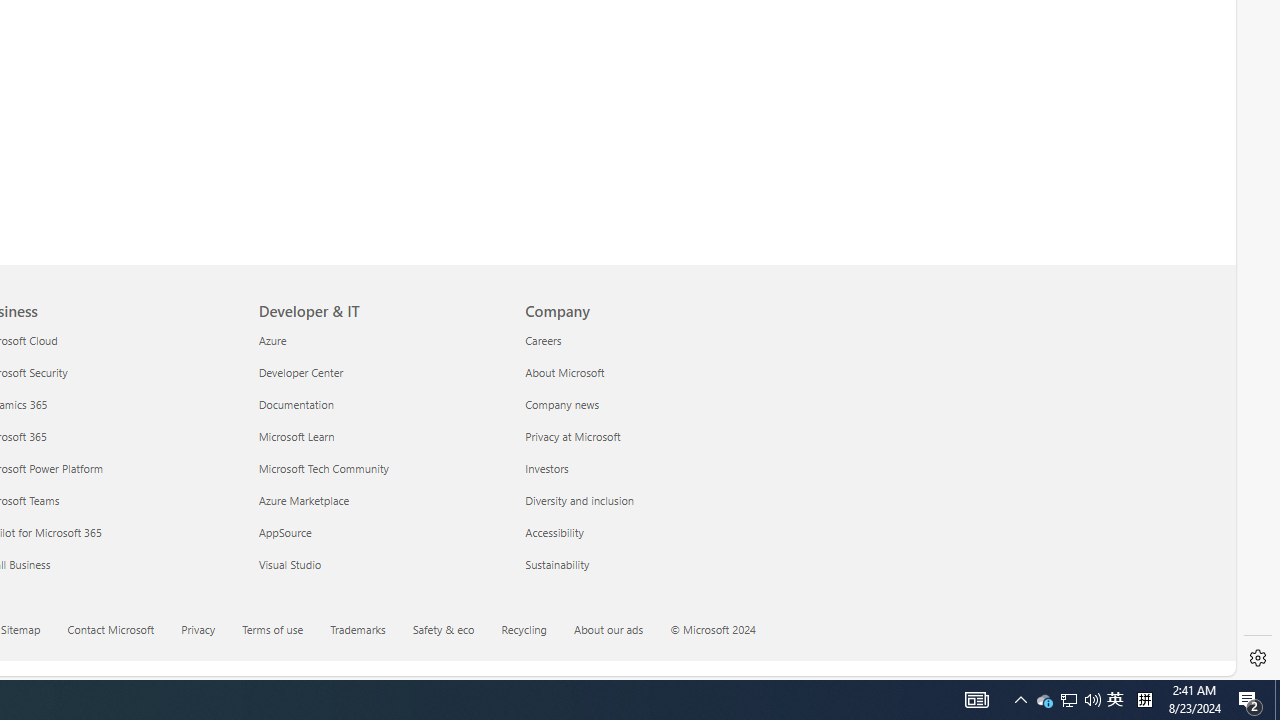  I want to click on 'About Microsoft Company', so click(564, 372).